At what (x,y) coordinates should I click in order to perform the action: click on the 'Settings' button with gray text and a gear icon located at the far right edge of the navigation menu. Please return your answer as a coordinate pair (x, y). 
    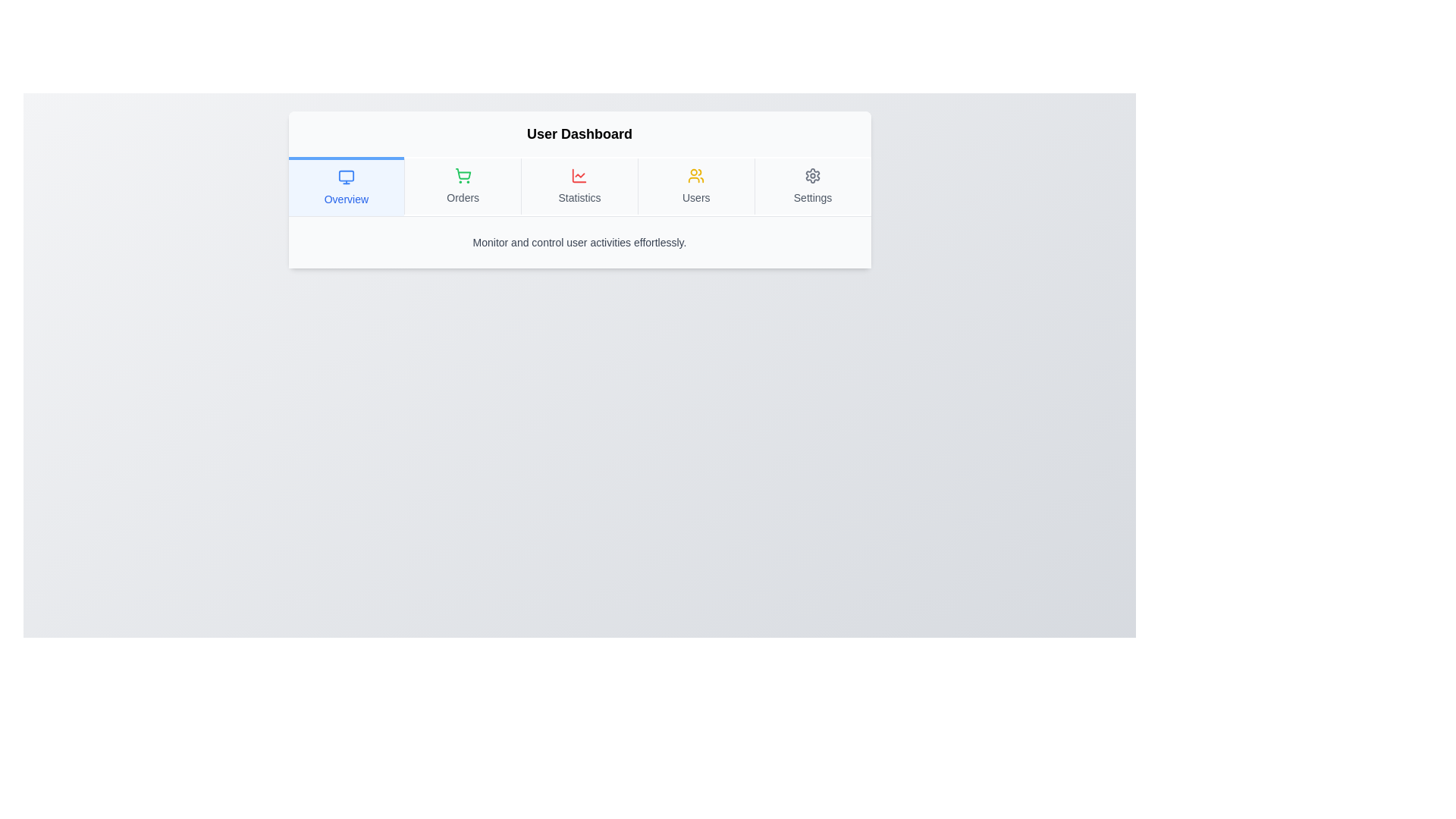
    Looking at the image, I should click on (811, 186).